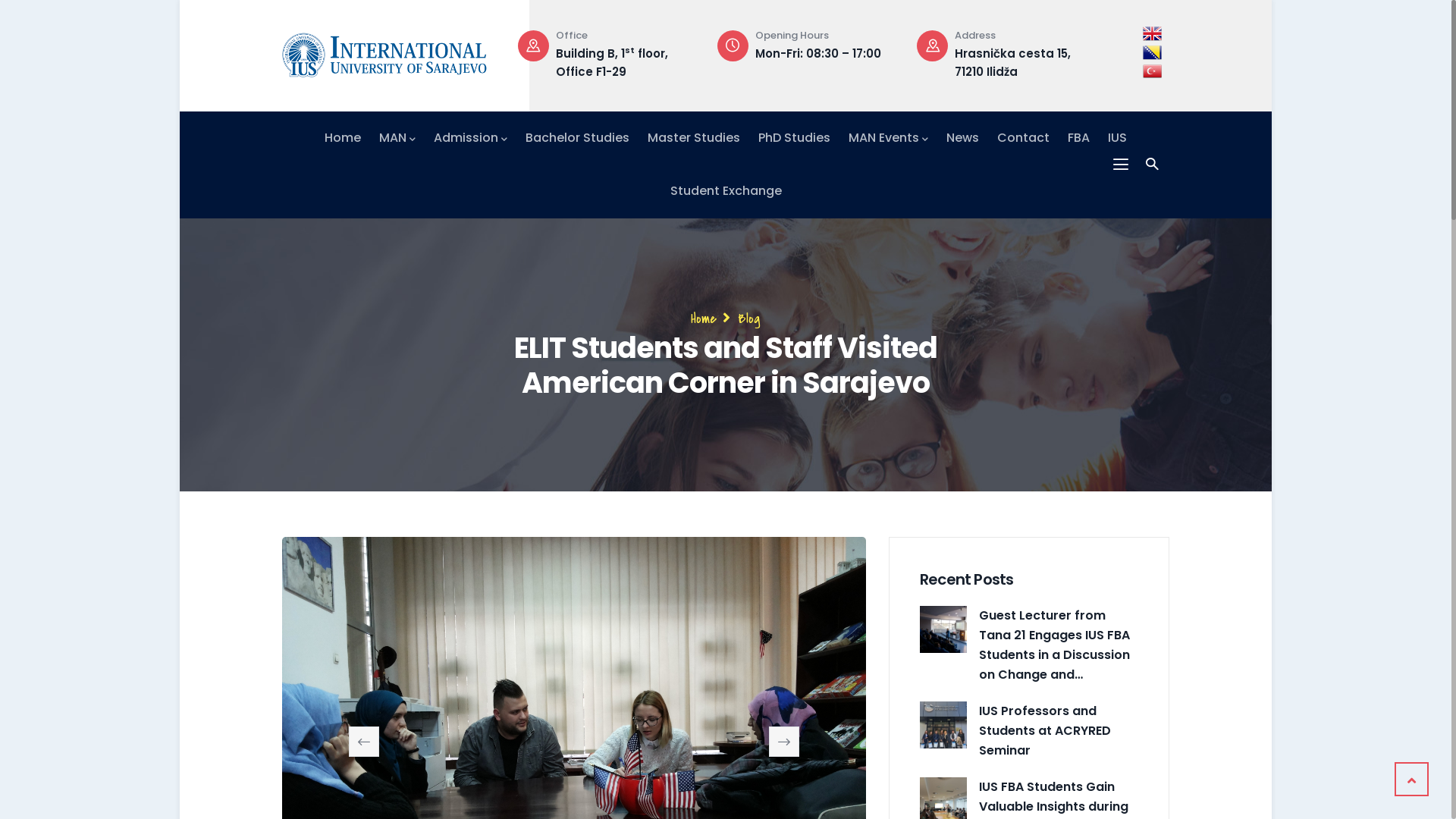  Describe the element at coordinates (725, 190) in the screenshot. I see `'Student Exchange'` at that location.